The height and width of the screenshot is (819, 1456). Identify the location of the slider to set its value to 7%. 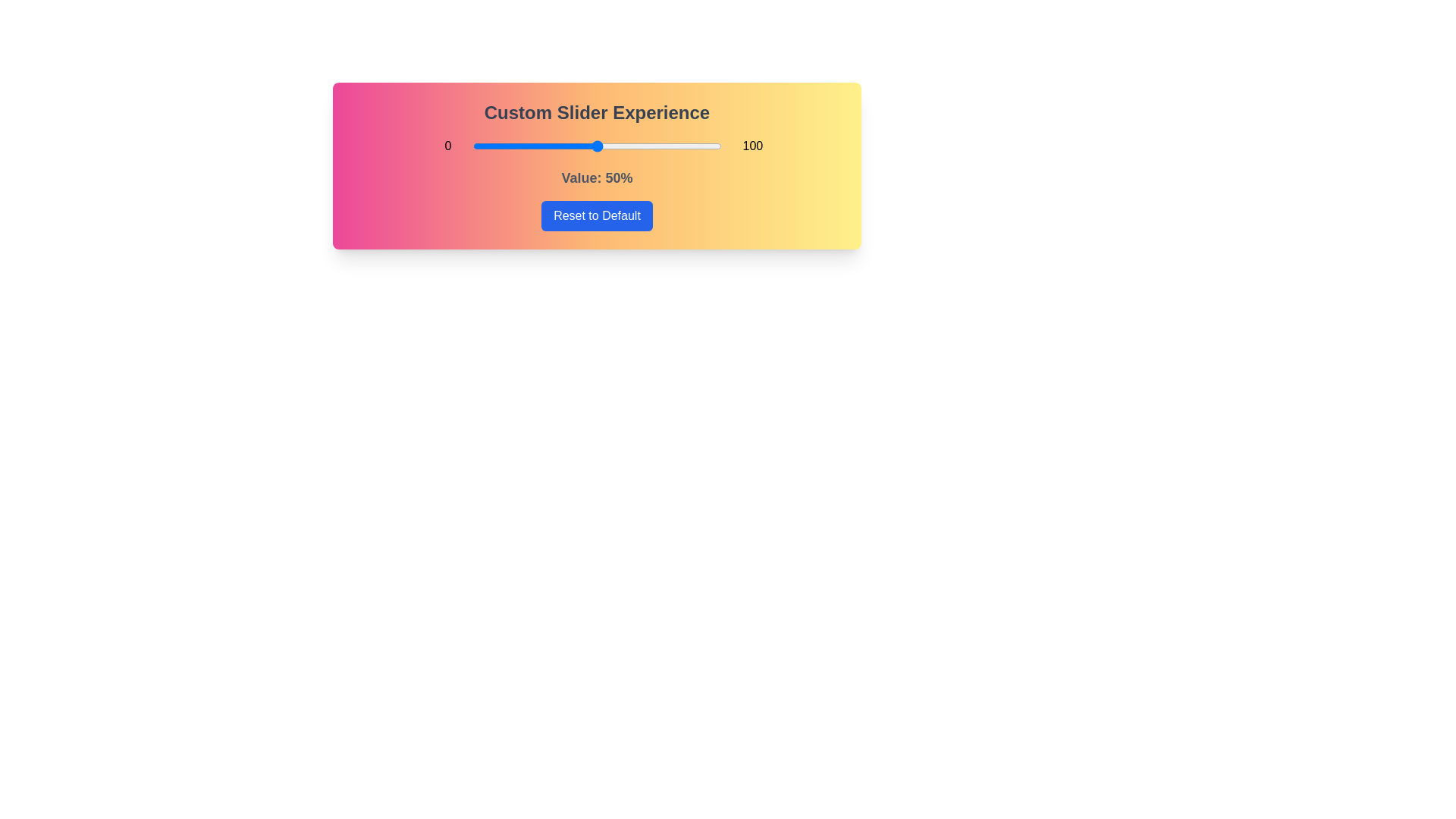
(490, 146).